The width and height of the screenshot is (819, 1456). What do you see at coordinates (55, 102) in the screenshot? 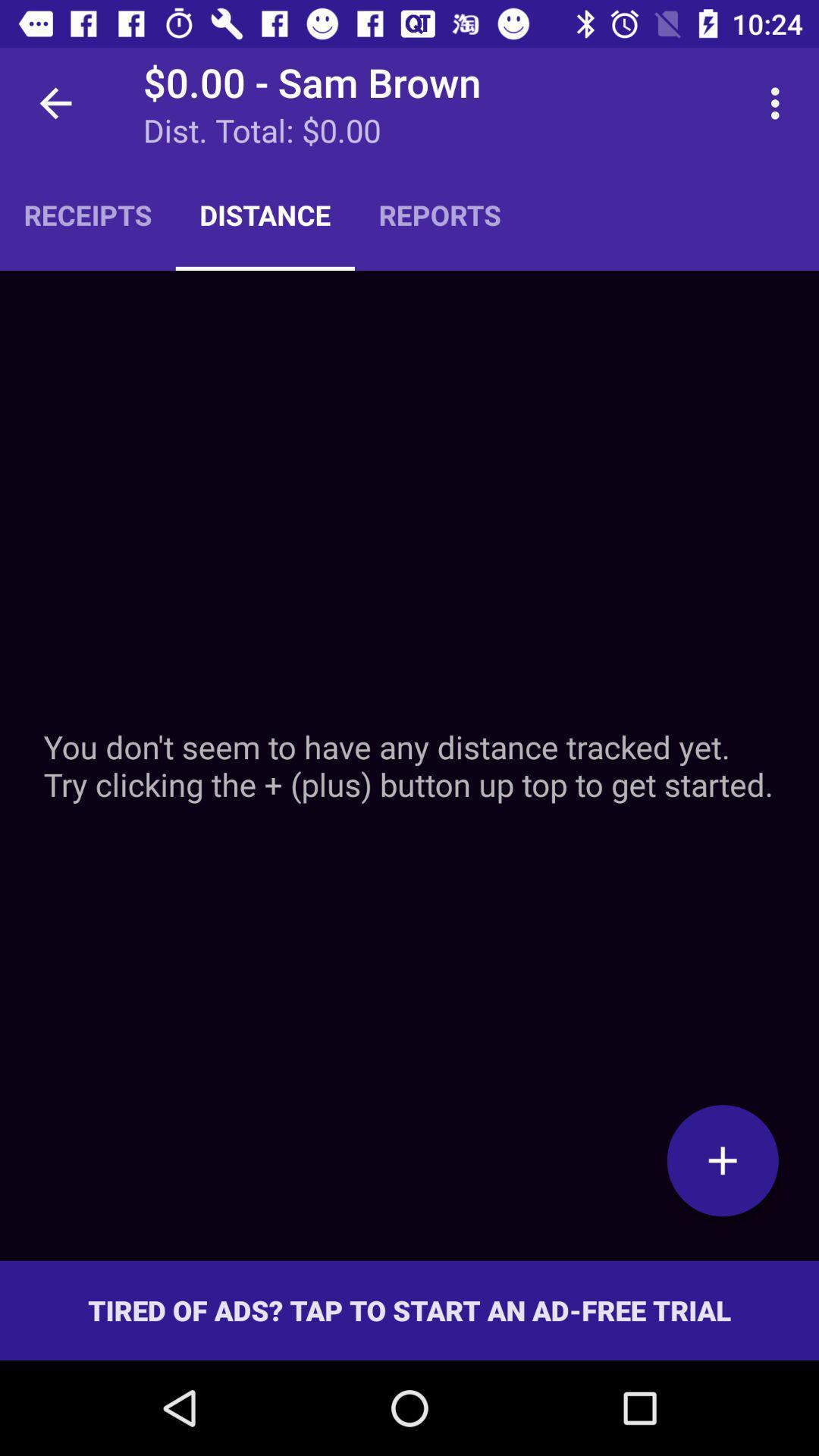
I see `the item next to 0 00 sam` at bounding box center [55, 102].